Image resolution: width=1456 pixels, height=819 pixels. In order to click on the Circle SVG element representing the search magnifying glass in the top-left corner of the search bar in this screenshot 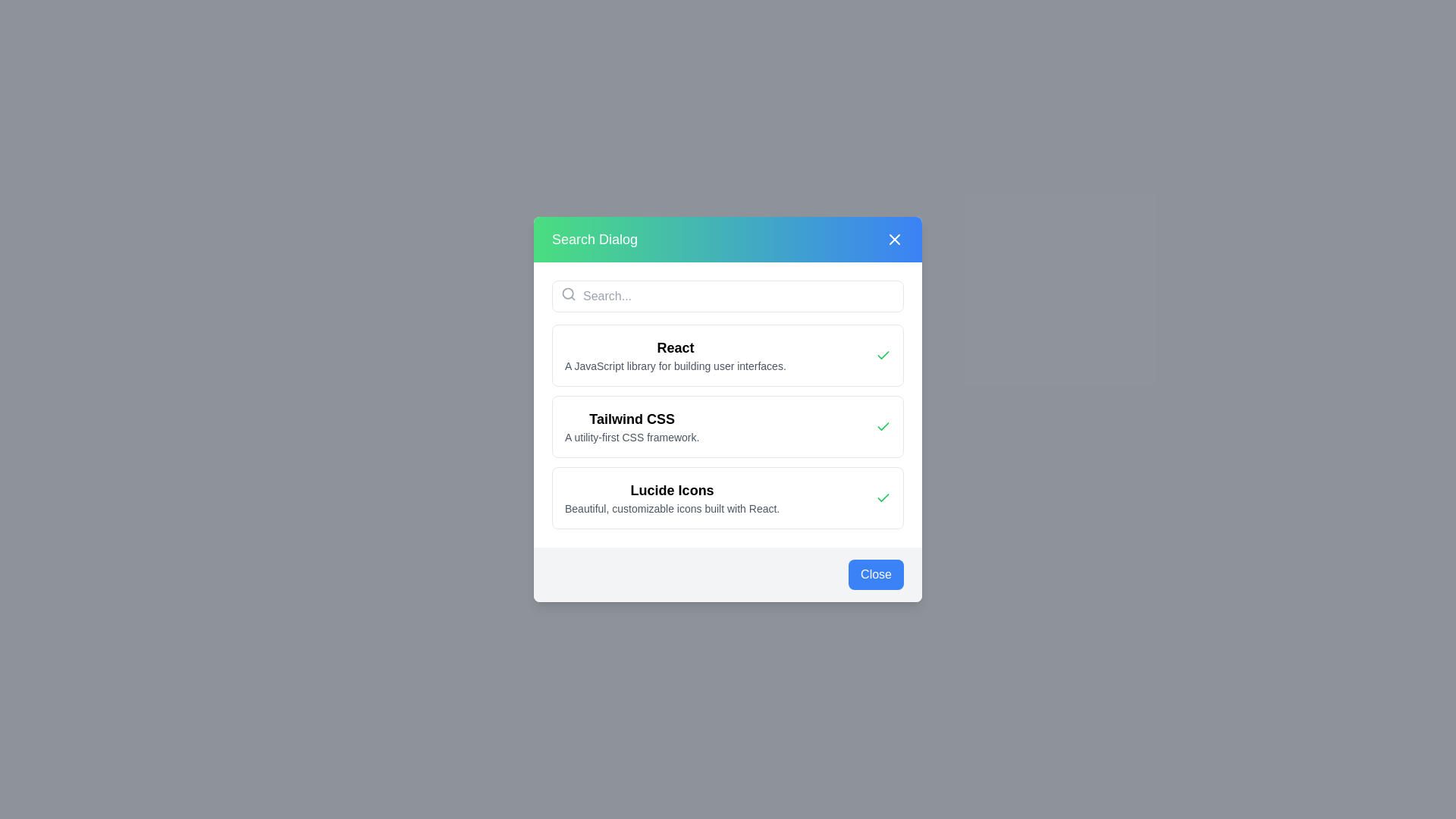, I will do `click(567, 293)`.